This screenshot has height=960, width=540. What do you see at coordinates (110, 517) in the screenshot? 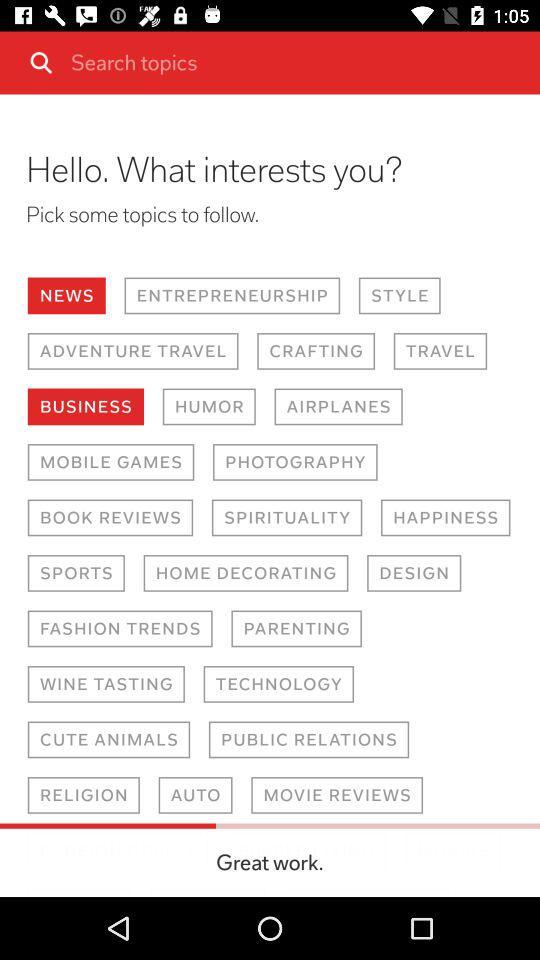
I see `button below the mobile games` at bounding box center [110, 517].